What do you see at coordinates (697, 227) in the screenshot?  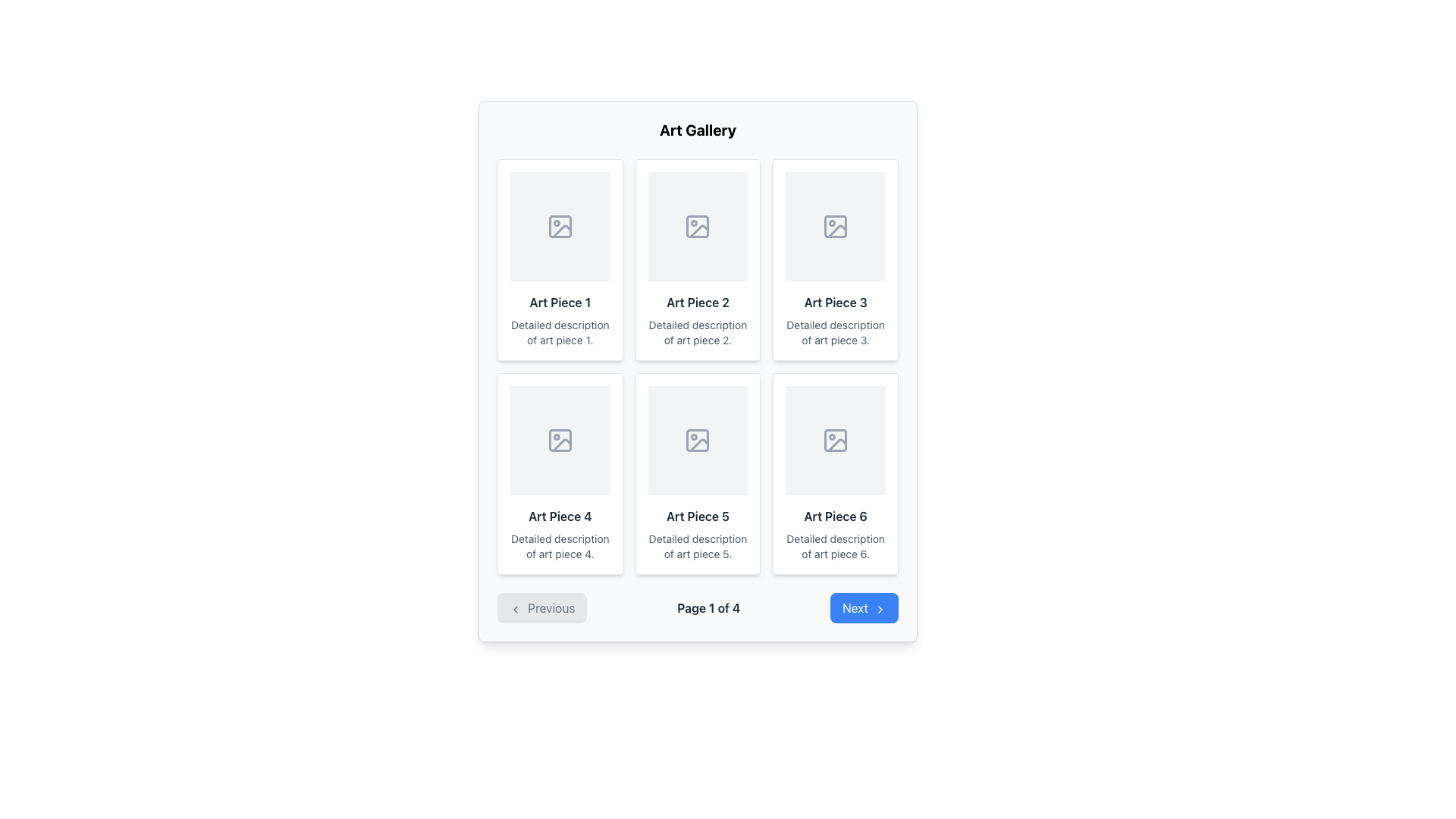 I see `the decorative square element inside the 'Art Piece 2' icon, located in the top-left corner of the icon's frame` at bounding box center [697, 227].